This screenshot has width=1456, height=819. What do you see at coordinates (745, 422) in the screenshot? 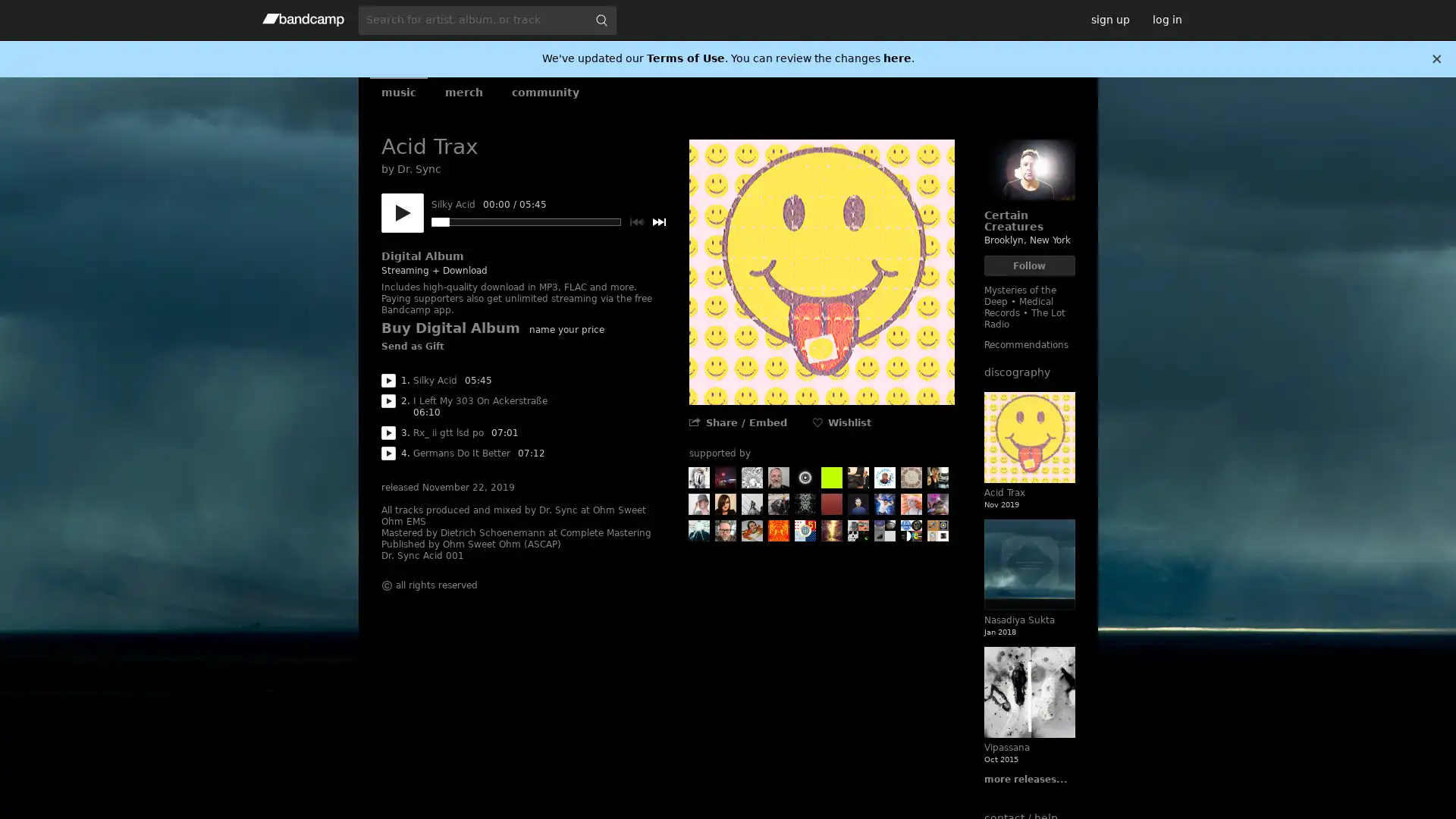
I see `Share / Embed` at bounding box center [745, 422].